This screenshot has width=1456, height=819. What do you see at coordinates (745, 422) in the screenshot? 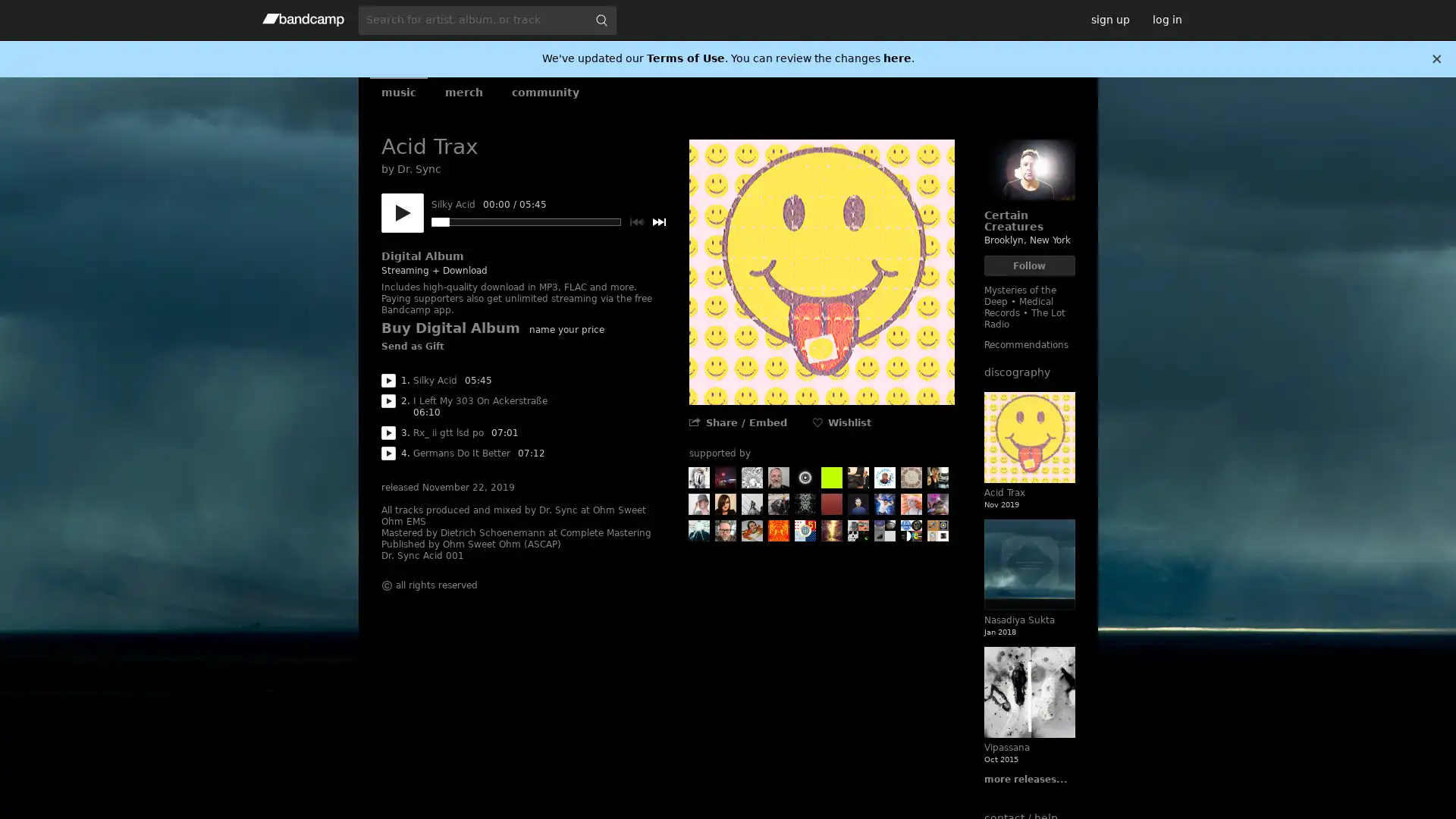
I see `Share / Embed` at bounding box center [745, 422].